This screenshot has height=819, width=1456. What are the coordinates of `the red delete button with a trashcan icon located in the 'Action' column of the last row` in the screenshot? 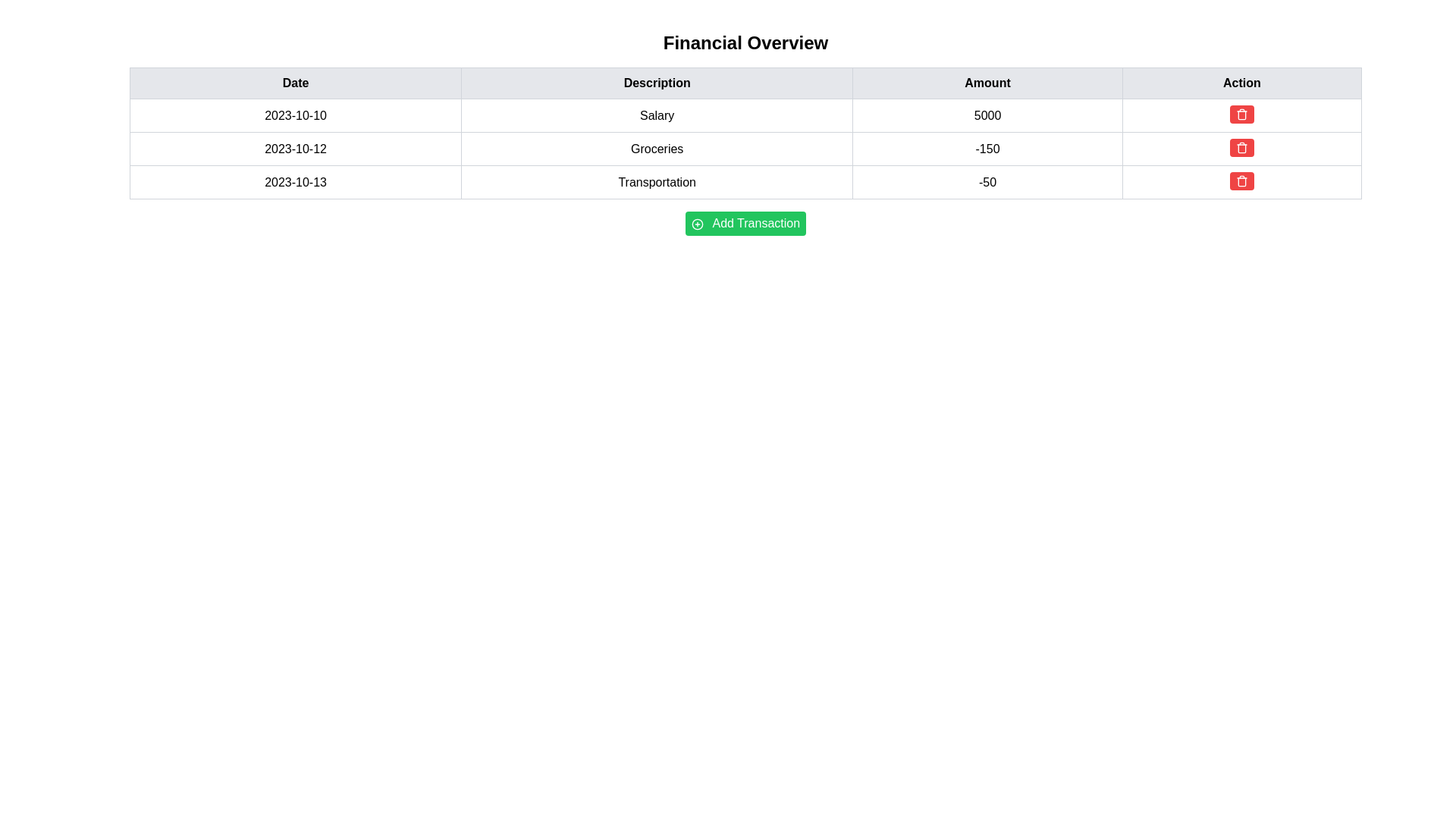 It's located at (1241, 181).